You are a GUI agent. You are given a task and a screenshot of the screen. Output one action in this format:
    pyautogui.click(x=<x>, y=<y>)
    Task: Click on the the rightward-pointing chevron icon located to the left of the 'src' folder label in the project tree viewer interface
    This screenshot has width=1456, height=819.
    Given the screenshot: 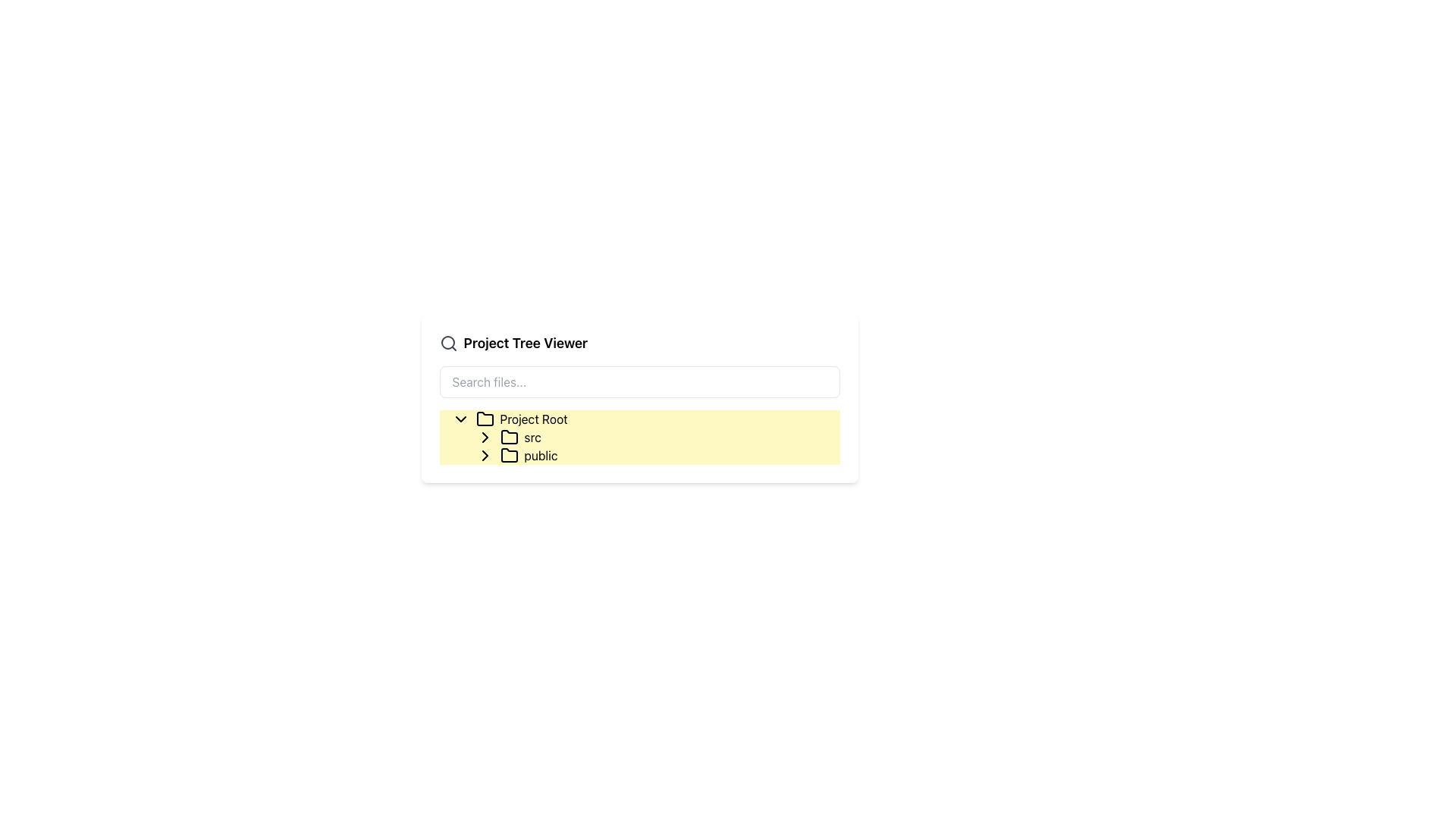 What is the action you would take?
    pyautogui.click(x=484, y=438)
    